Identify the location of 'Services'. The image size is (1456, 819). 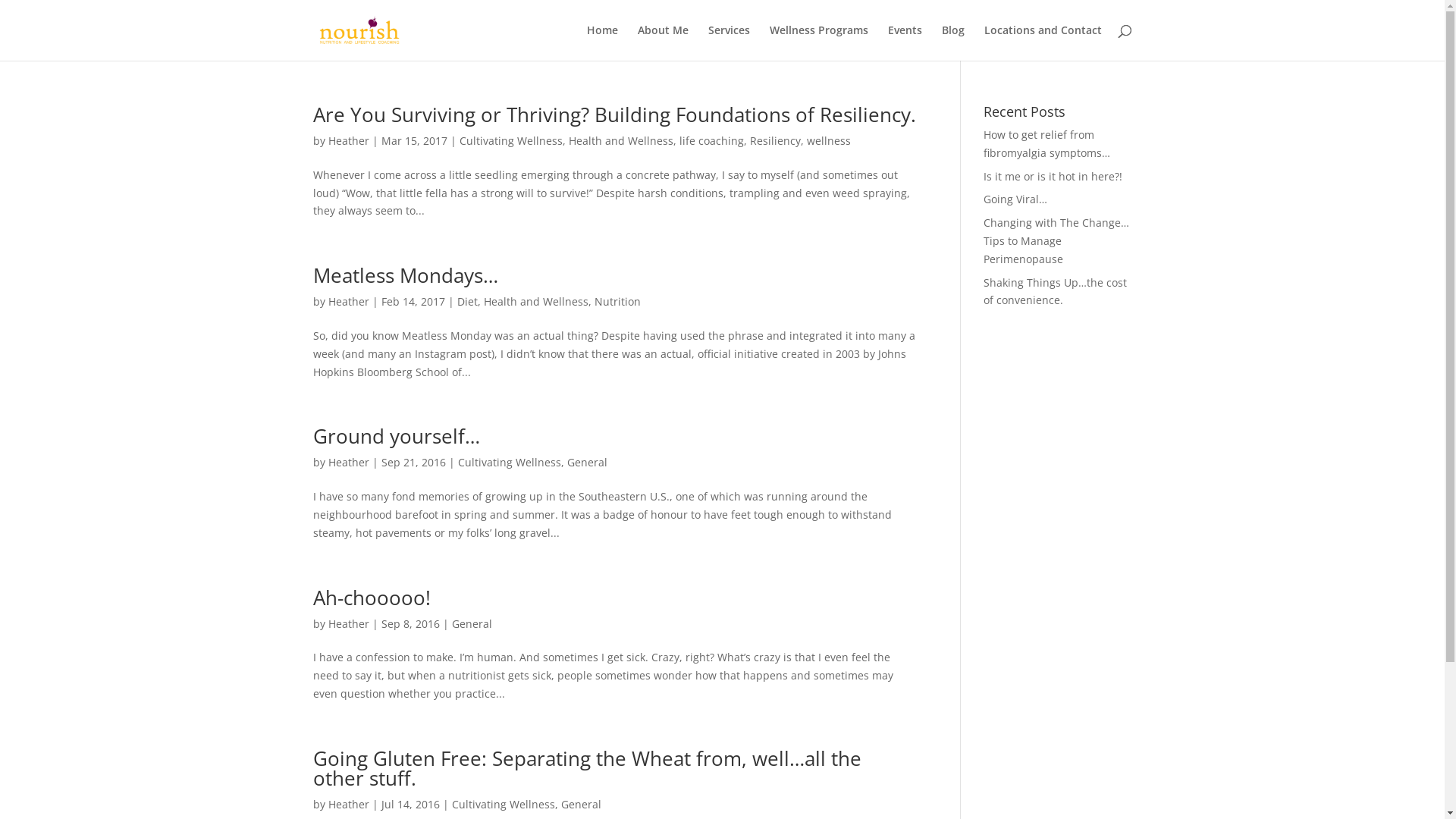
(729, 42).